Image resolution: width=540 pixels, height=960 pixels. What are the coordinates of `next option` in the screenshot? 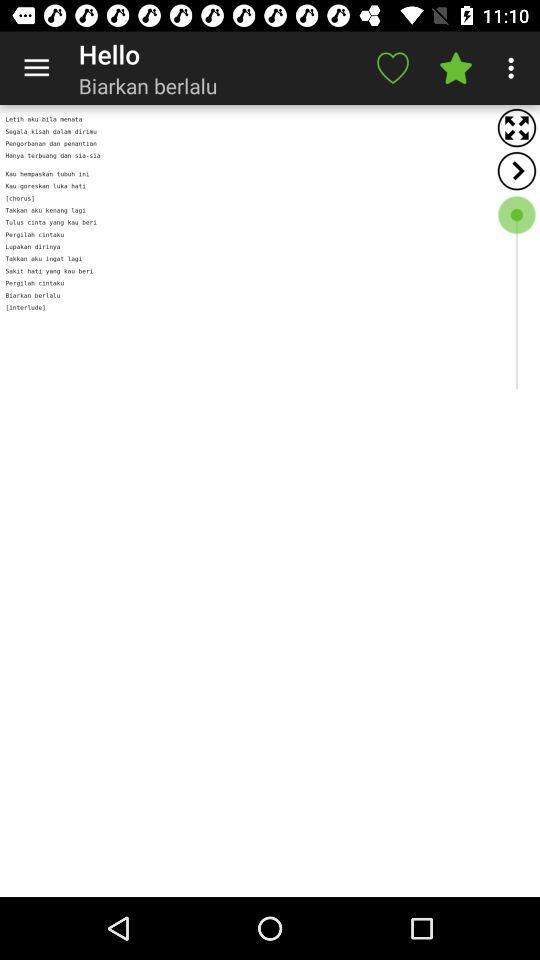 It's located at (516, 170).